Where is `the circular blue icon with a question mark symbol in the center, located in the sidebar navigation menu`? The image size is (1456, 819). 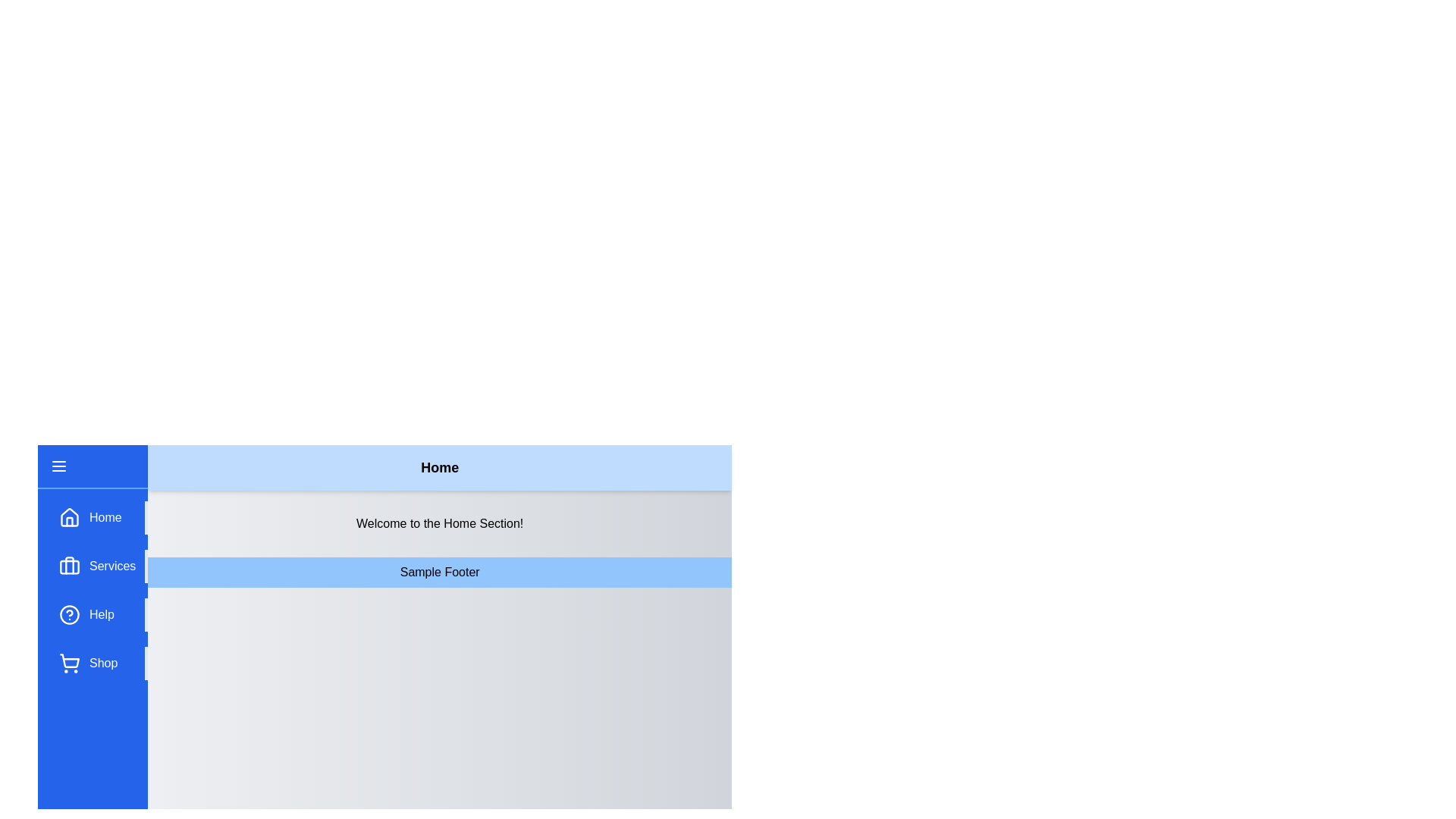 the circular blue icon with a question mark symbol in the center, located in the sidebar navigation menu is located at coordinates (68, 614).